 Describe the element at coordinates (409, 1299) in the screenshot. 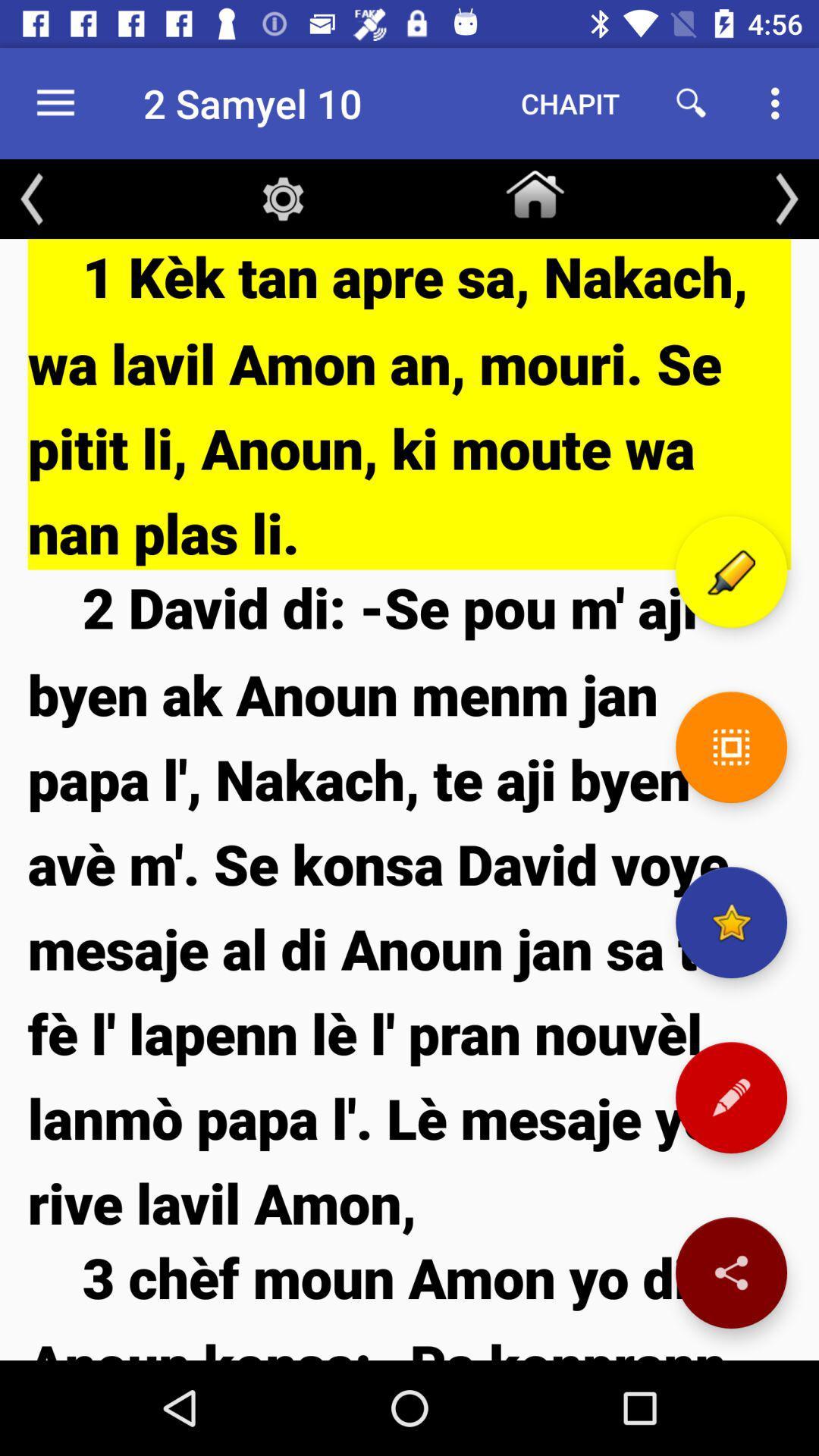

I see `the icon below 2 david di icon` at that location.